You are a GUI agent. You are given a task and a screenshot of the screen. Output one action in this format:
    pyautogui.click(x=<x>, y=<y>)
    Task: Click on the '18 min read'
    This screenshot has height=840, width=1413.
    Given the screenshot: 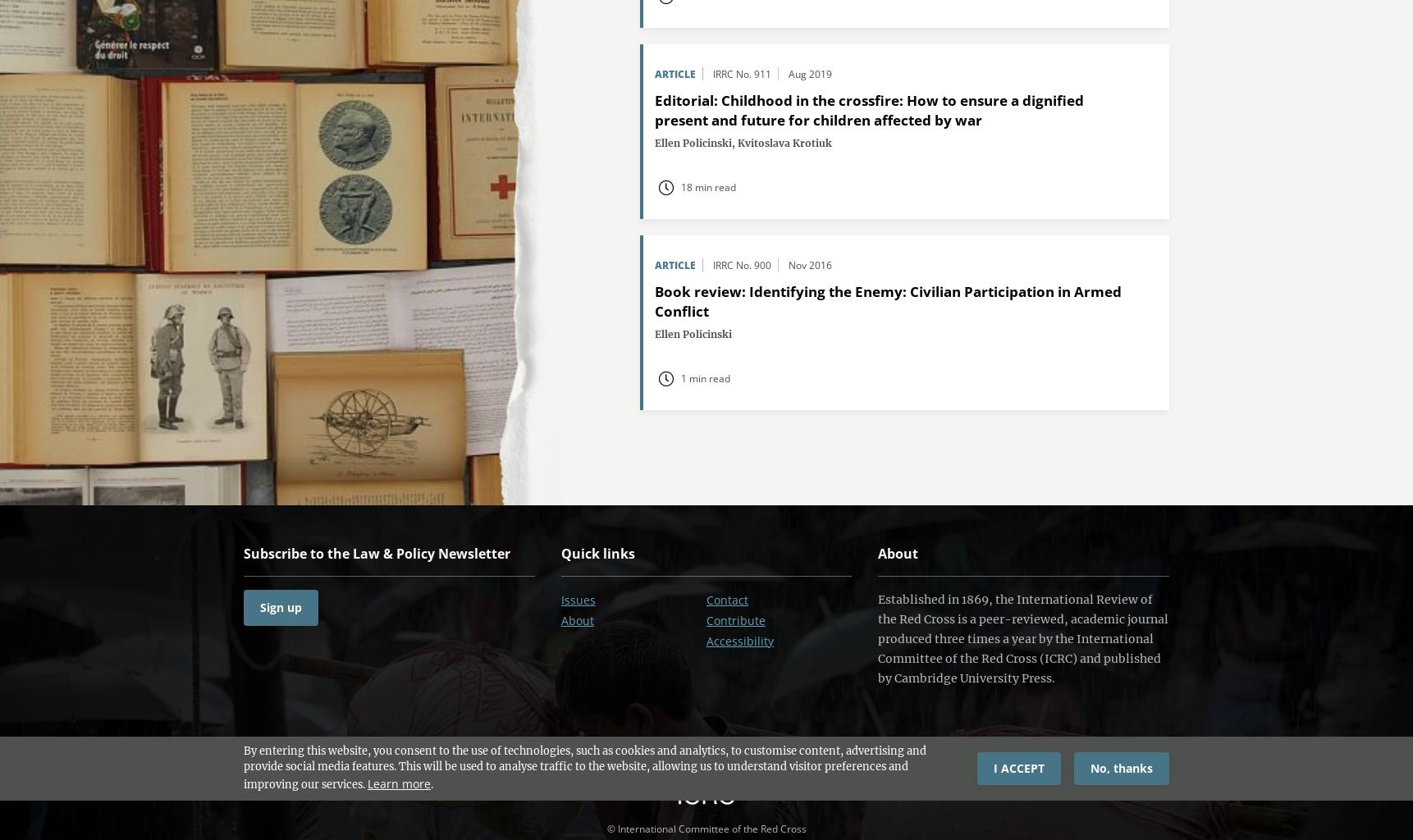 What is the action you would take?
    pyautogui.click(x=680, y=185)
    